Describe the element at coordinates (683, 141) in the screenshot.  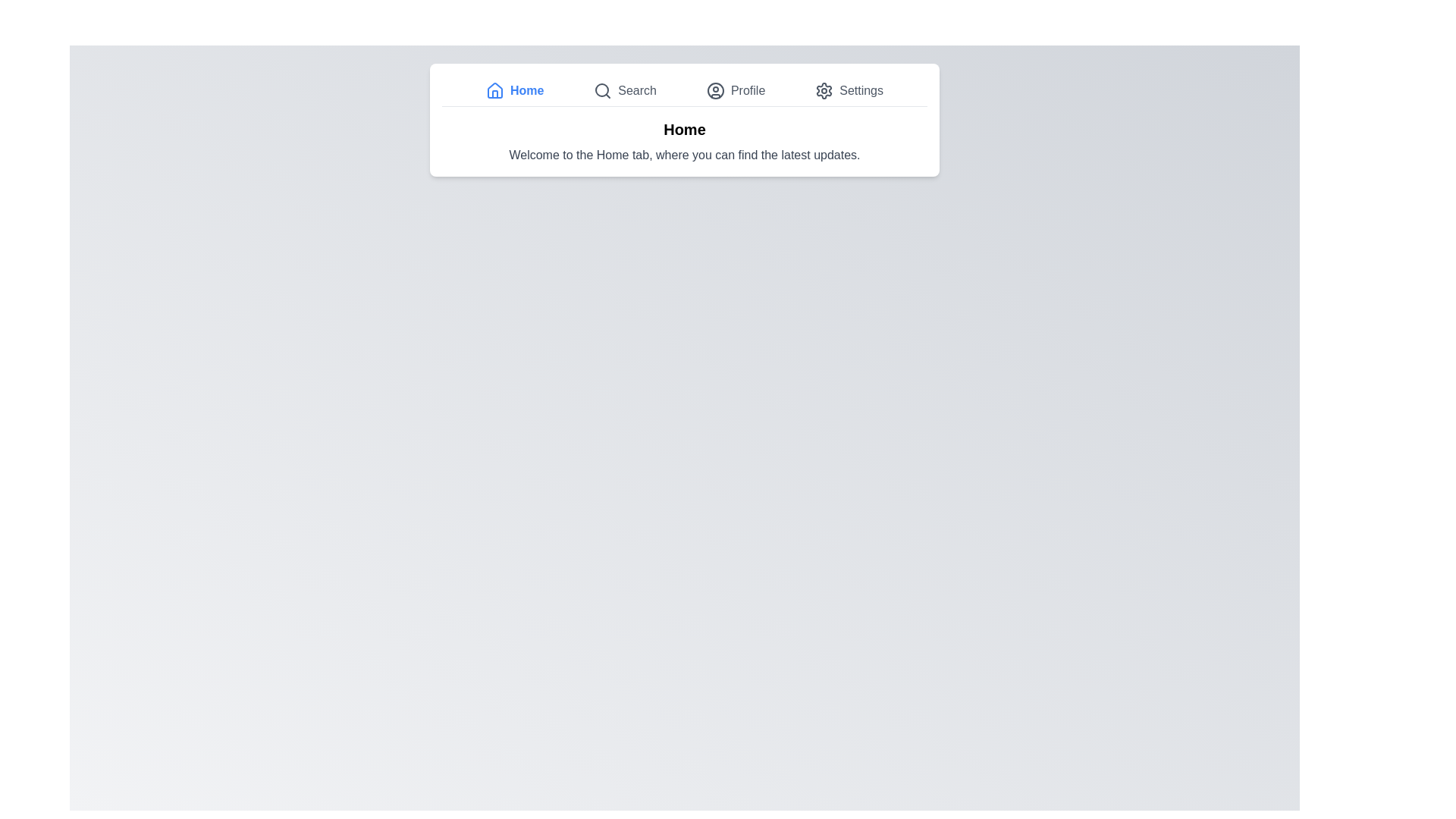
I see `text block that contains the bold 'Home' and the smaller 'Welcome to the Home tab, where you can find the latest updates.'` at that location.